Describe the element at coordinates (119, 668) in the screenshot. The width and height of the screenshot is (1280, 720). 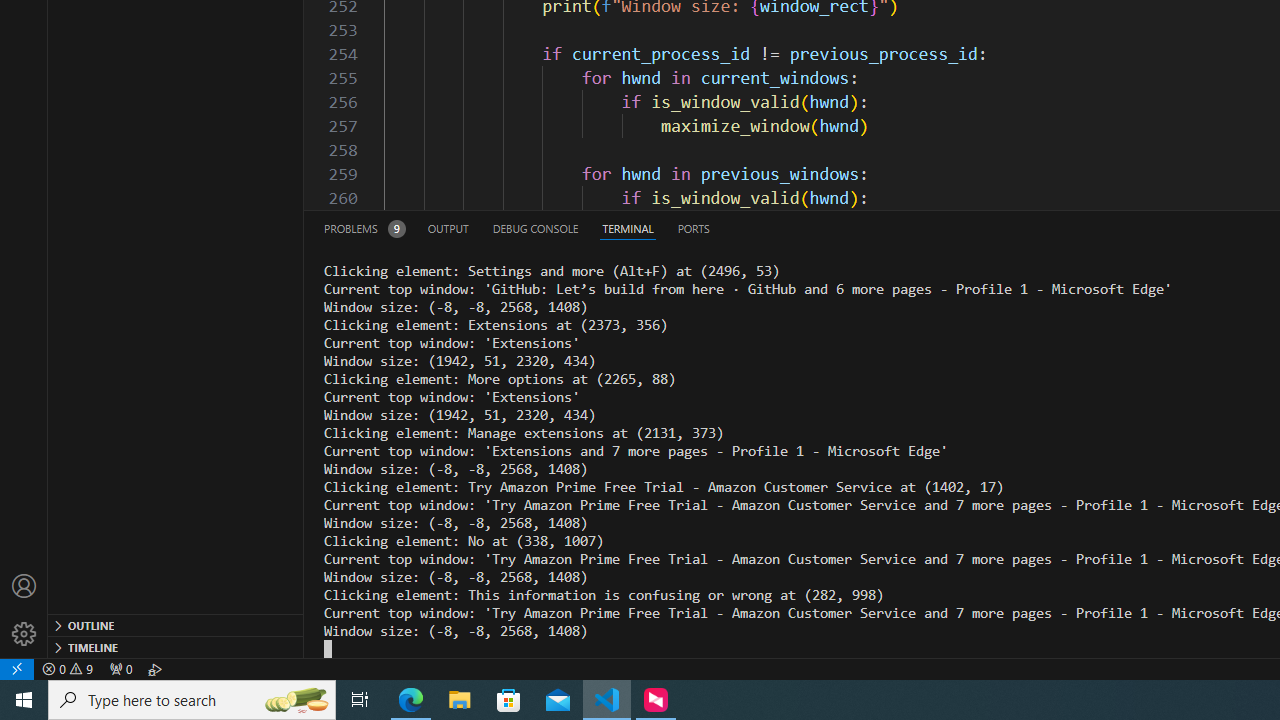
I see `'No Ports Forwarded'` at that location.